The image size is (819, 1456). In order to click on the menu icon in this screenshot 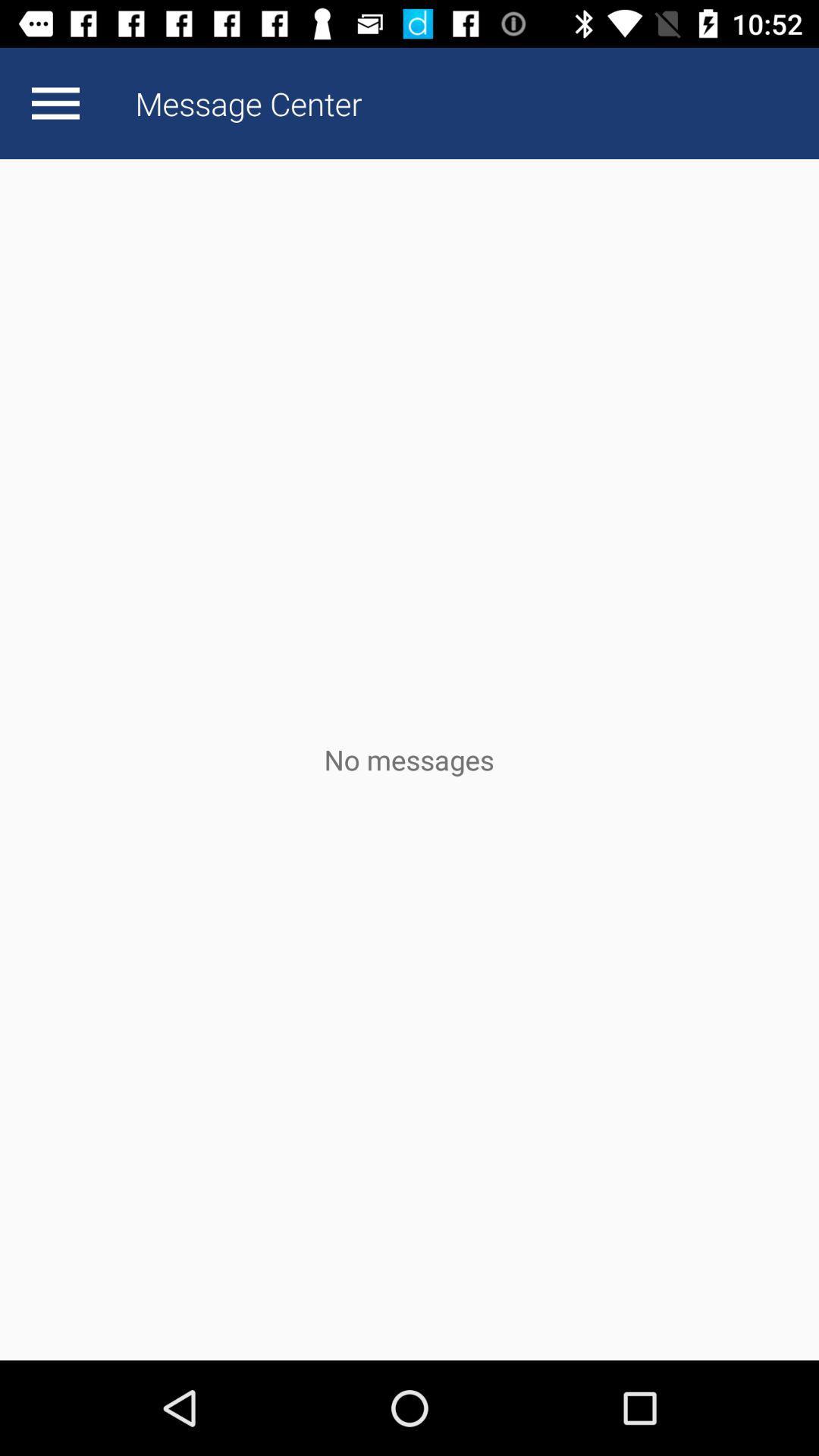, I will do `click(55, 102)`.